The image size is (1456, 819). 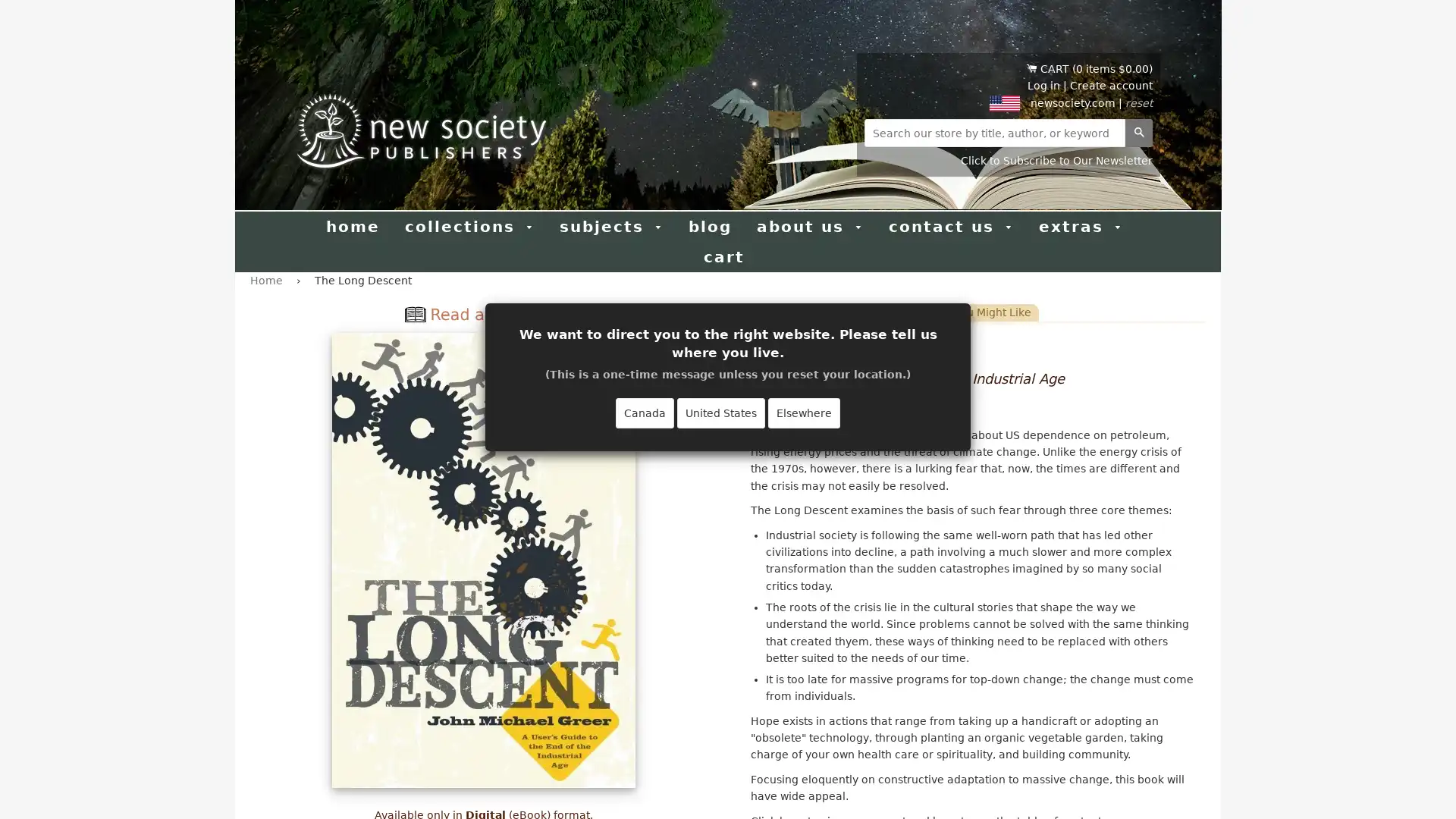 I want to click on Search, so click(x=1139, y=132).